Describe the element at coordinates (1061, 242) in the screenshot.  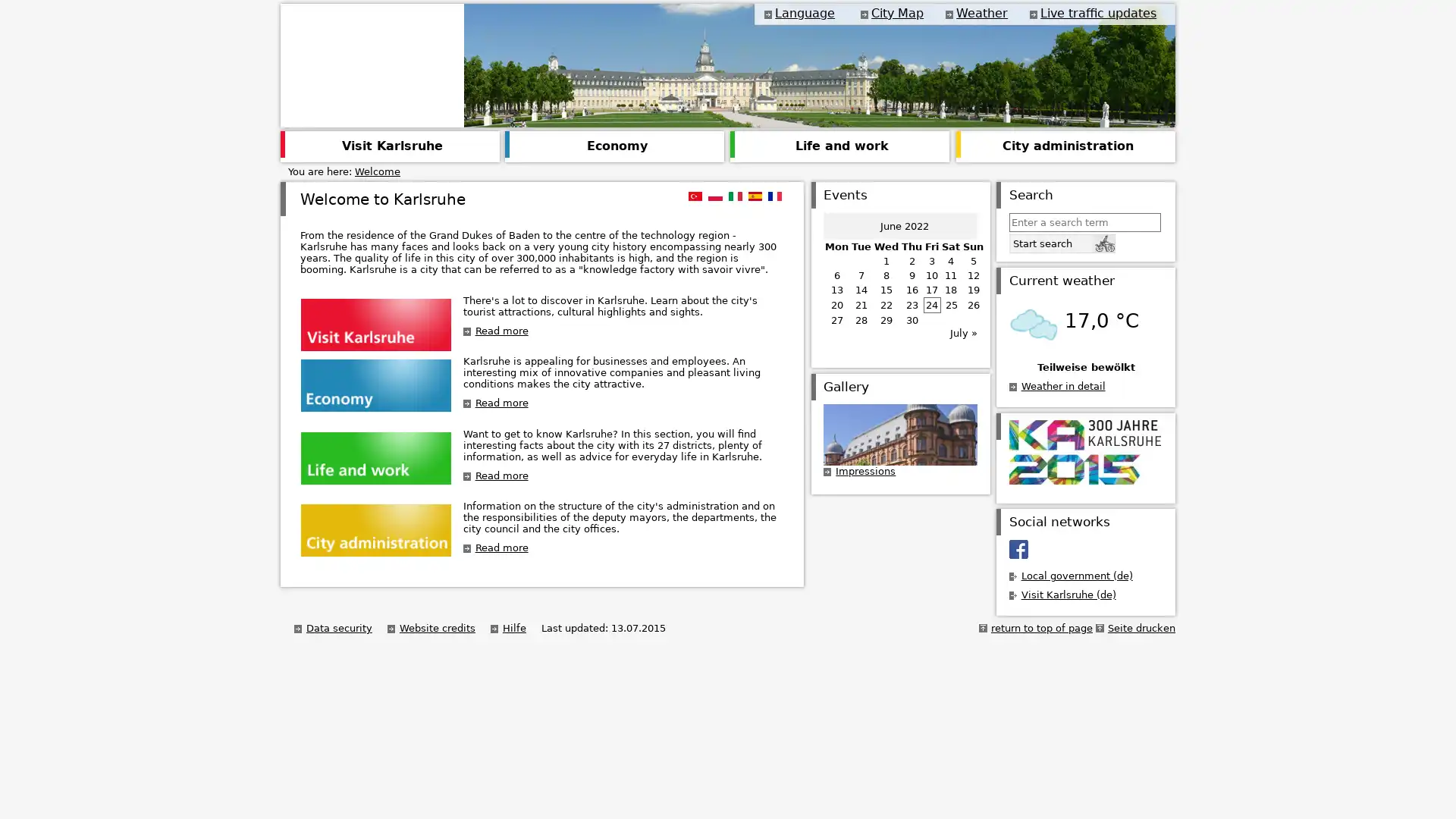
I see `Start search` at that location.